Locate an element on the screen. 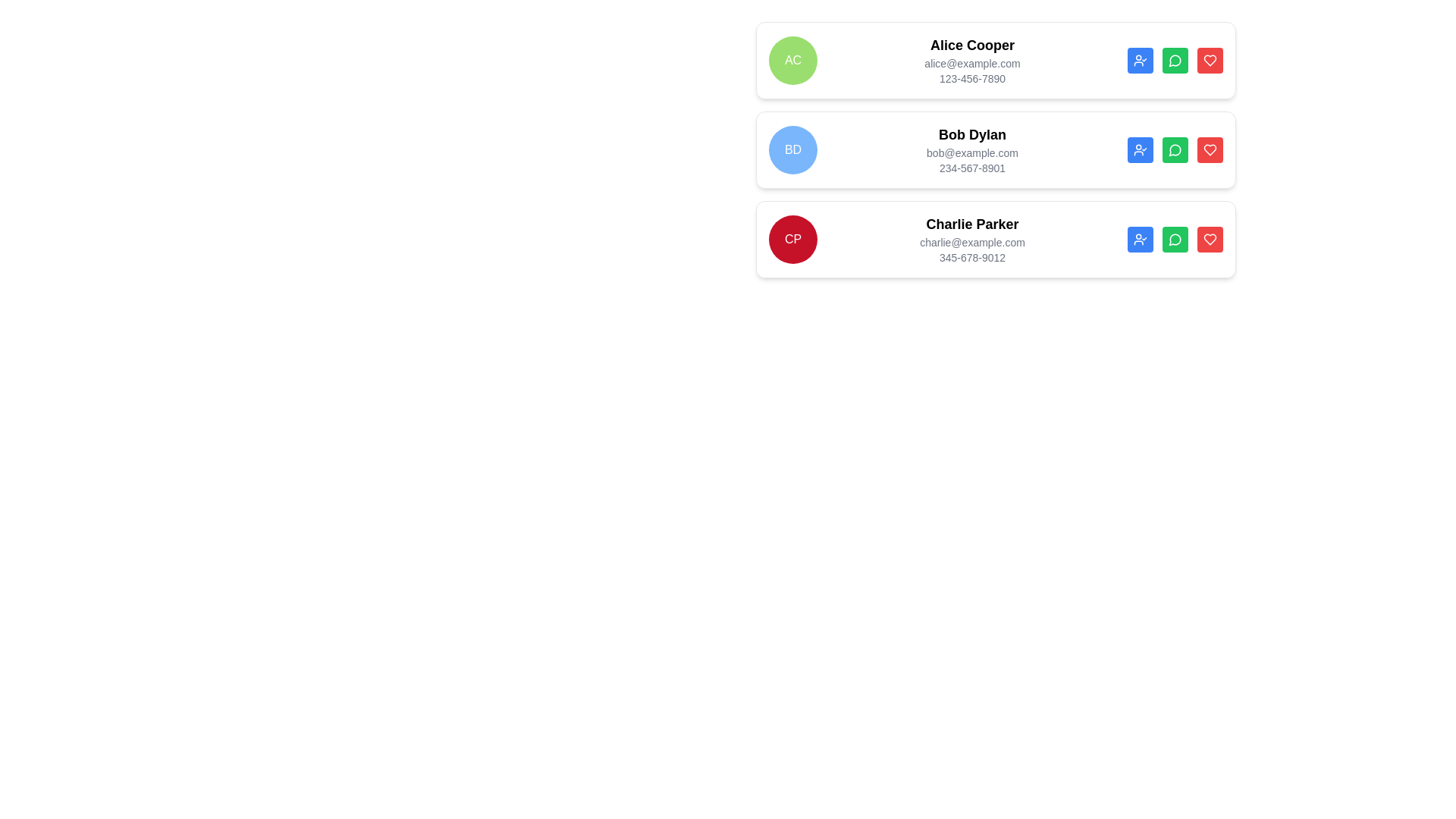  the non-interactive text label that displays the name of a contact in the third card of the vertical list of contact cards is located at coordinates (972, 224).